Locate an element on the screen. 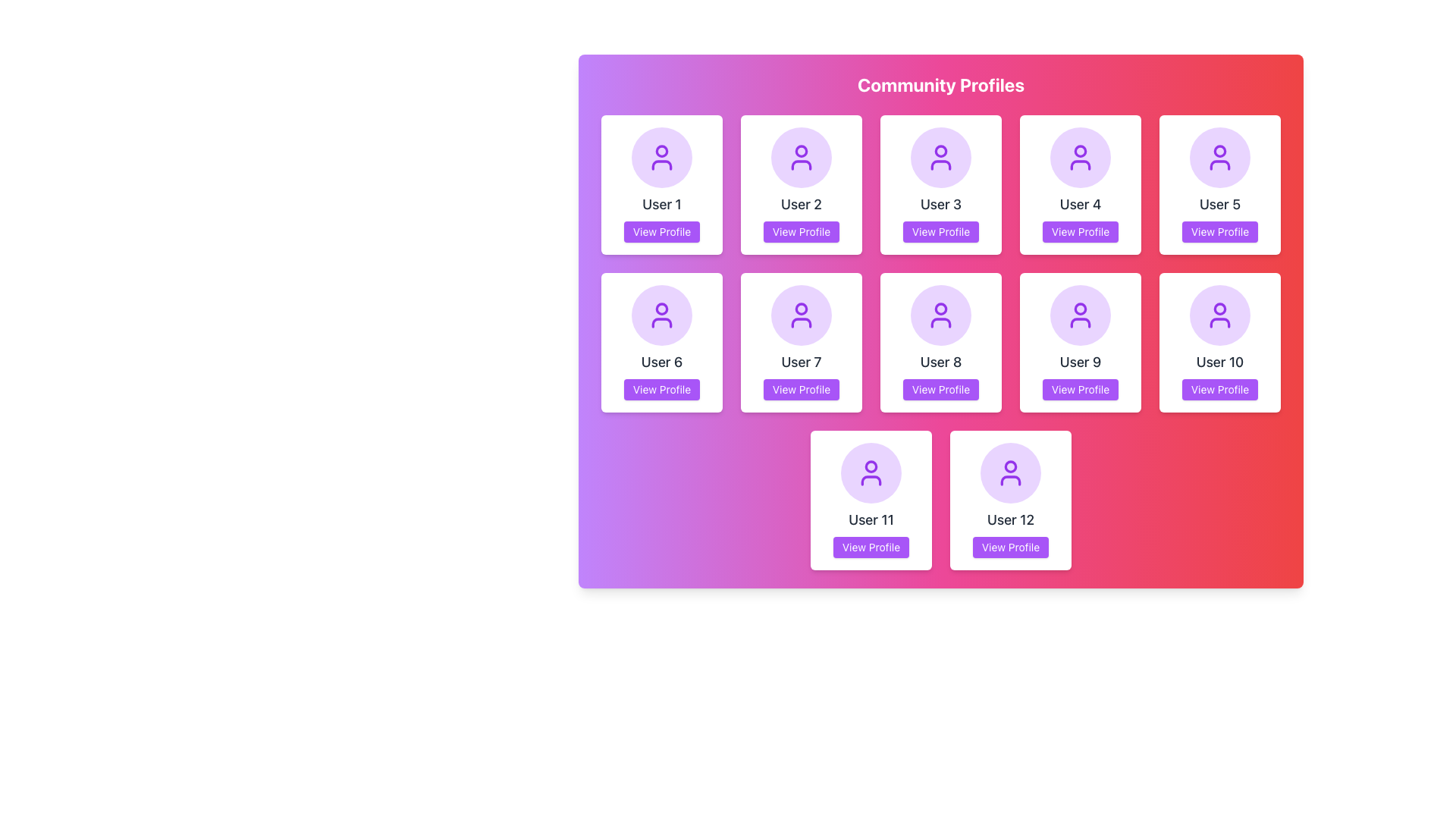 This screenshot has height=819, width=1456. the text label displaying 'User 7', which is located in the third row and second column of the 'Community Profiles' grid, situated below an avatar icon and above the 'View Profile' button is located at coordinates (800, 362).